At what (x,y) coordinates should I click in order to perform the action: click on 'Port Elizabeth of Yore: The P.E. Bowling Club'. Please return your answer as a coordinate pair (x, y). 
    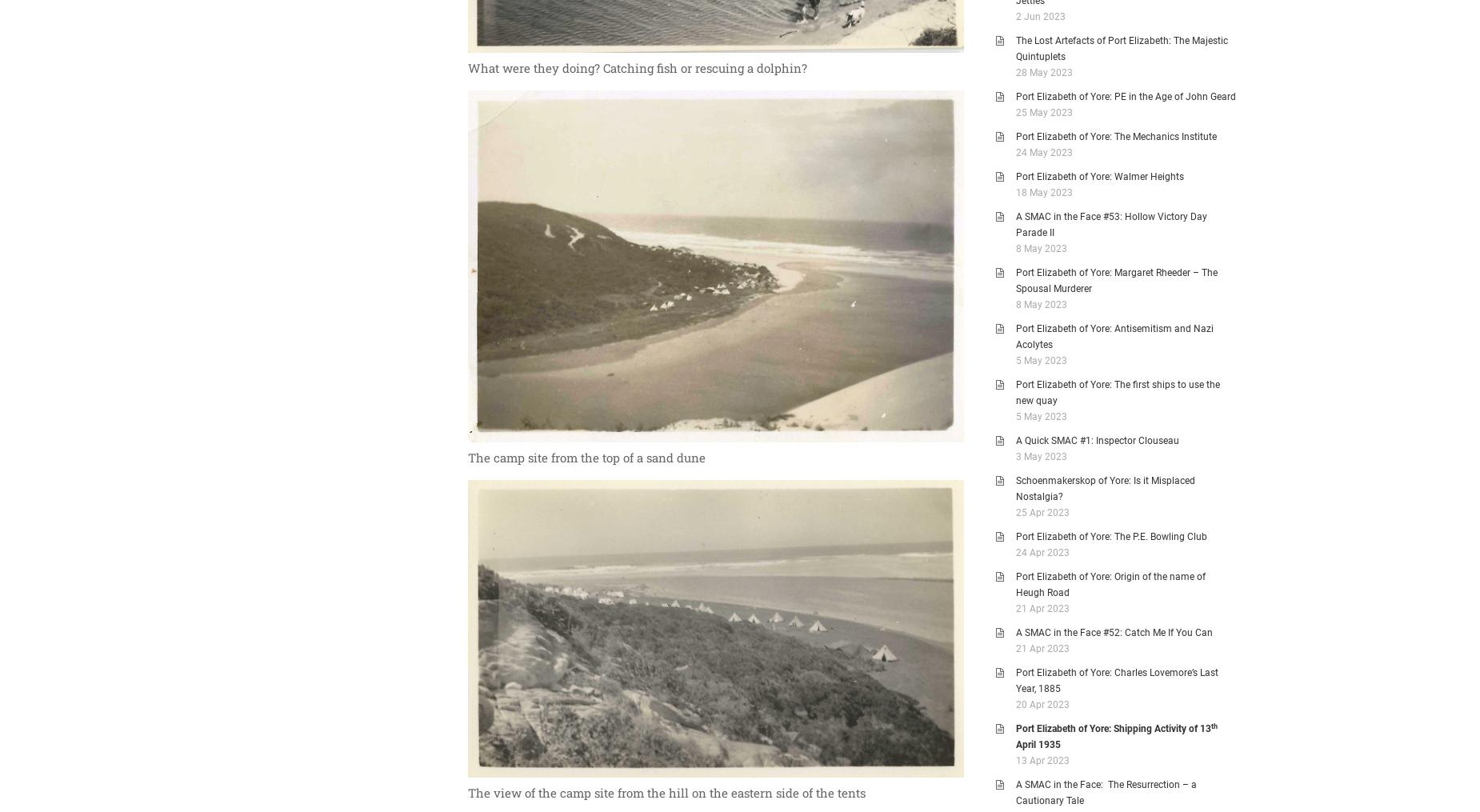
    Looking at the image, I should click on (1015, 537).